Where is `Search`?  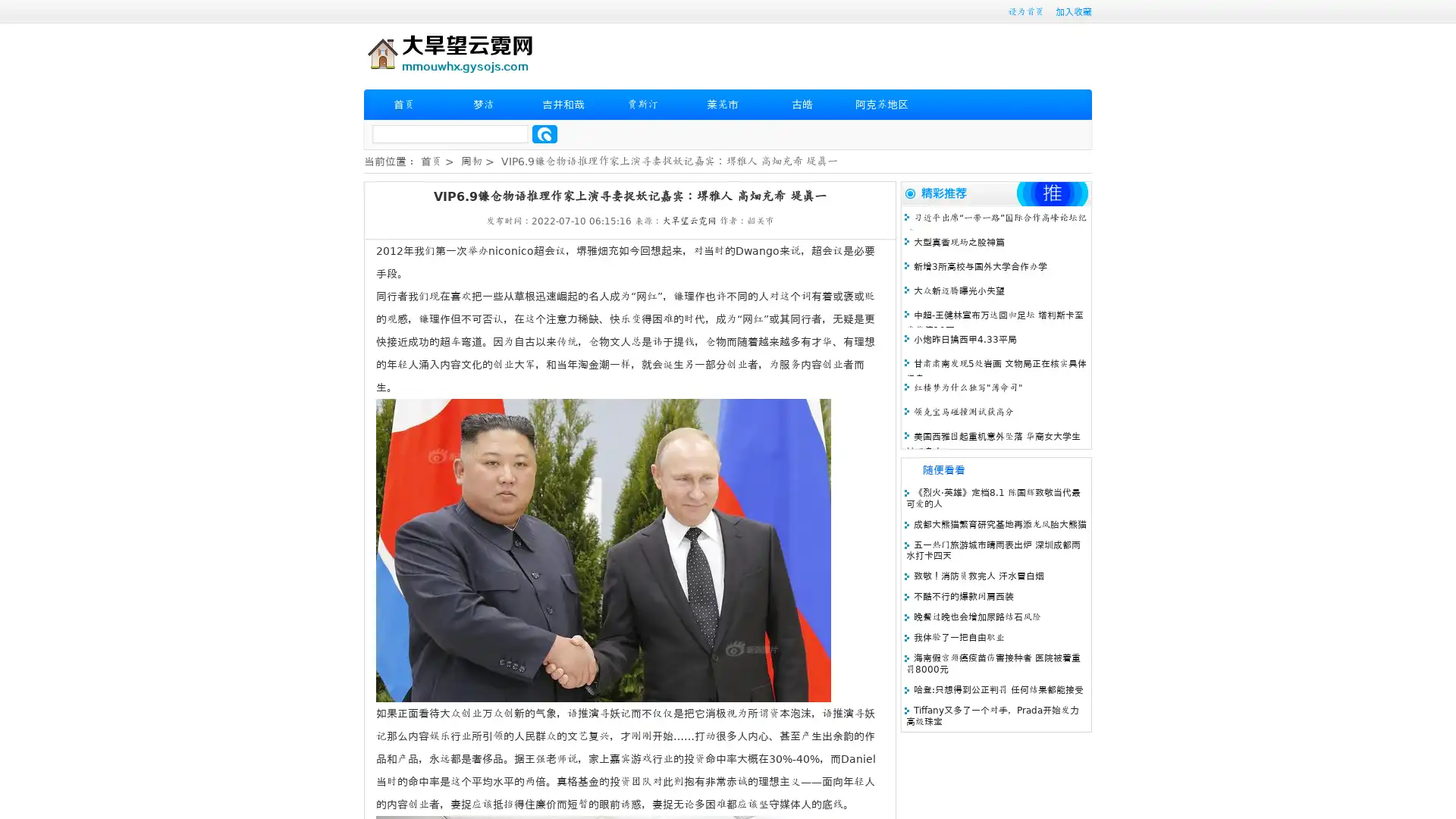
Search is located at coordinates (544, 133).